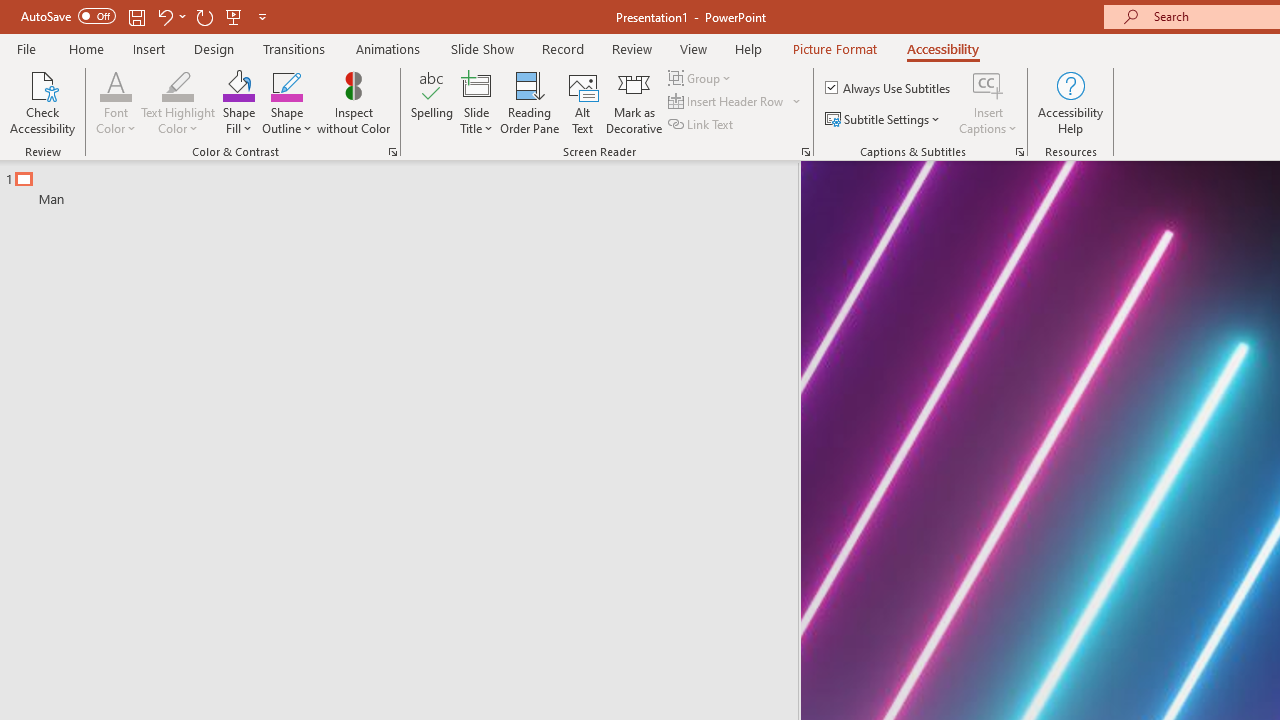 The image size is (1280, 720). Describe the element at coordinates (238, 103) in the screenshot. I see `'Shape Fill'` at that location.